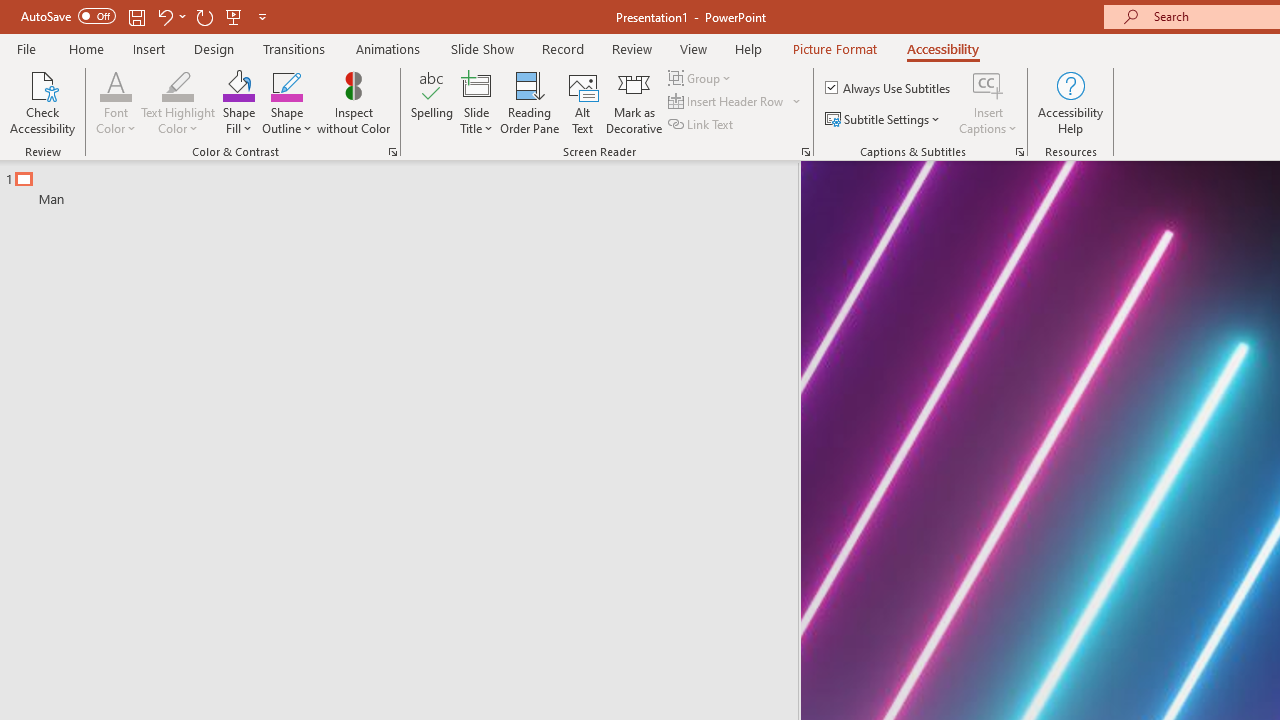 The image size is (1280, 720). Describe the element at coordinates (238, 103) in the screenshot. I see `'Shape Fill'` at that location.